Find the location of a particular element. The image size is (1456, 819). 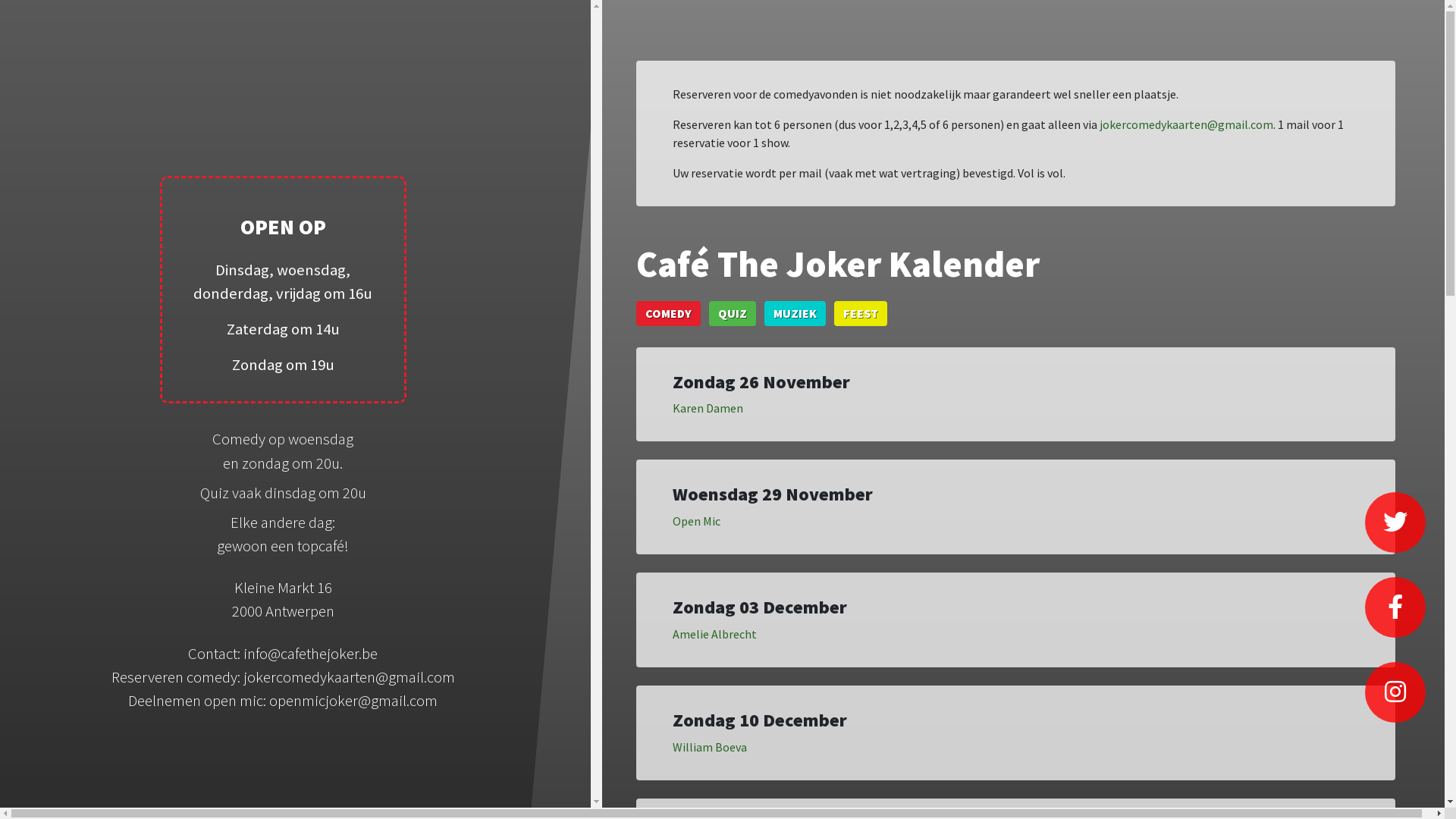

'info@cafethejoker.be' is located at coordinates (243, 652).